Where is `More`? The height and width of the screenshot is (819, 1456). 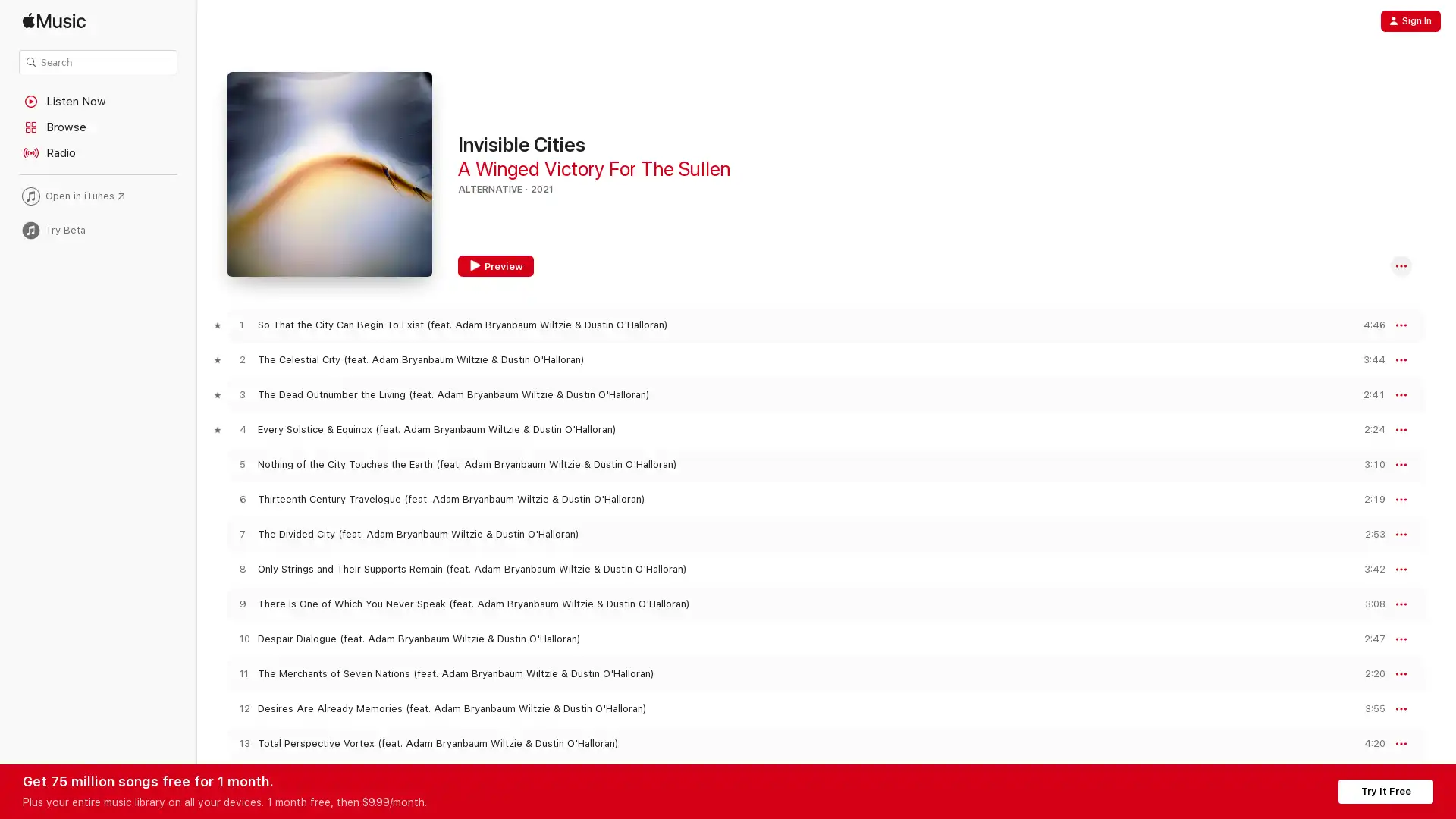
More is located at coordinates (1401, 500).